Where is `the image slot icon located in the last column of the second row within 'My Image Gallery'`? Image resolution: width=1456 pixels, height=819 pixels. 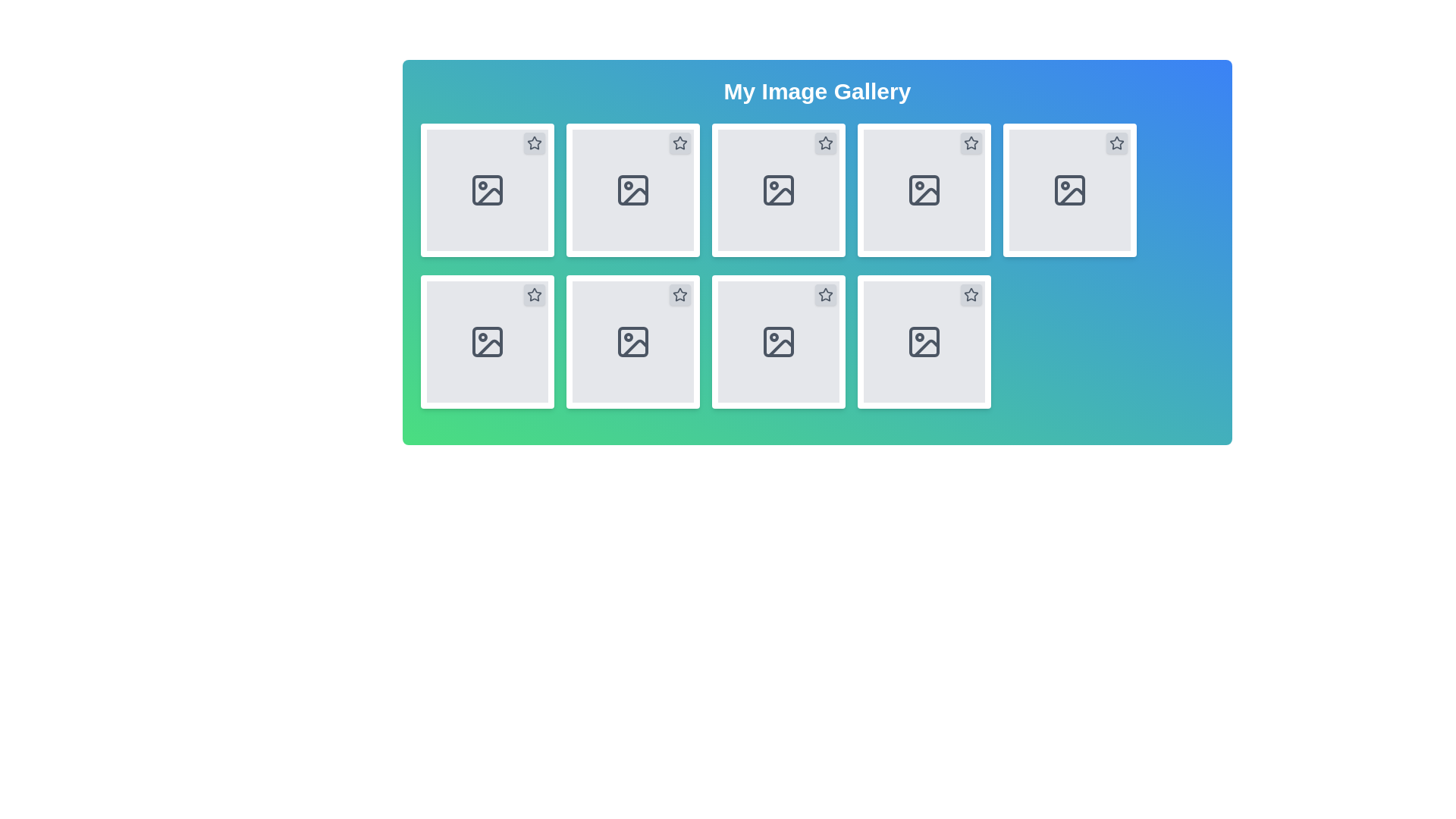
the image slot icon located in the last column of the second row within 'My Image Gallery' is located at coordinates (924, 342).